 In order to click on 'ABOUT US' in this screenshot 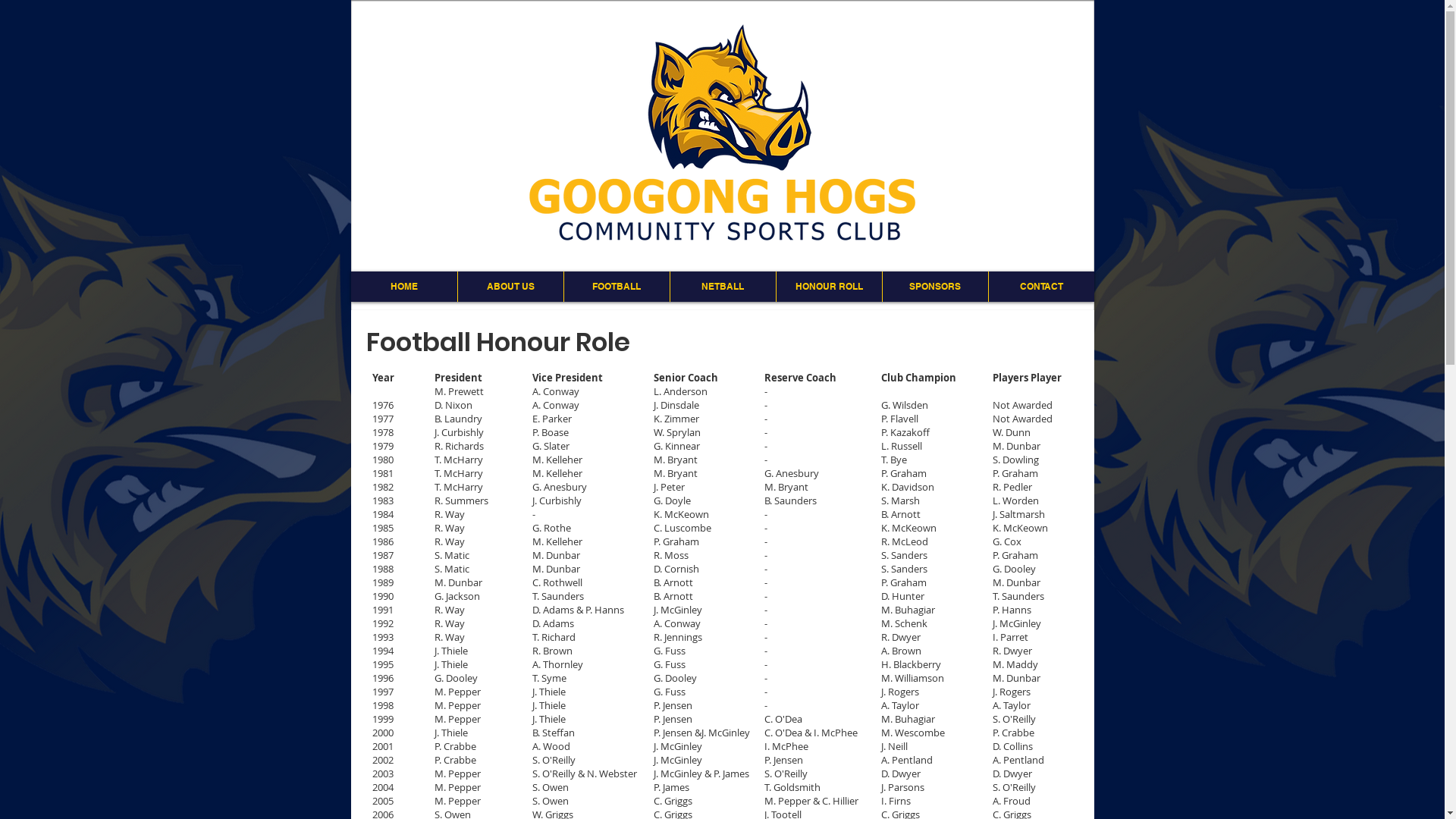, I will do `click(510, 287)`.